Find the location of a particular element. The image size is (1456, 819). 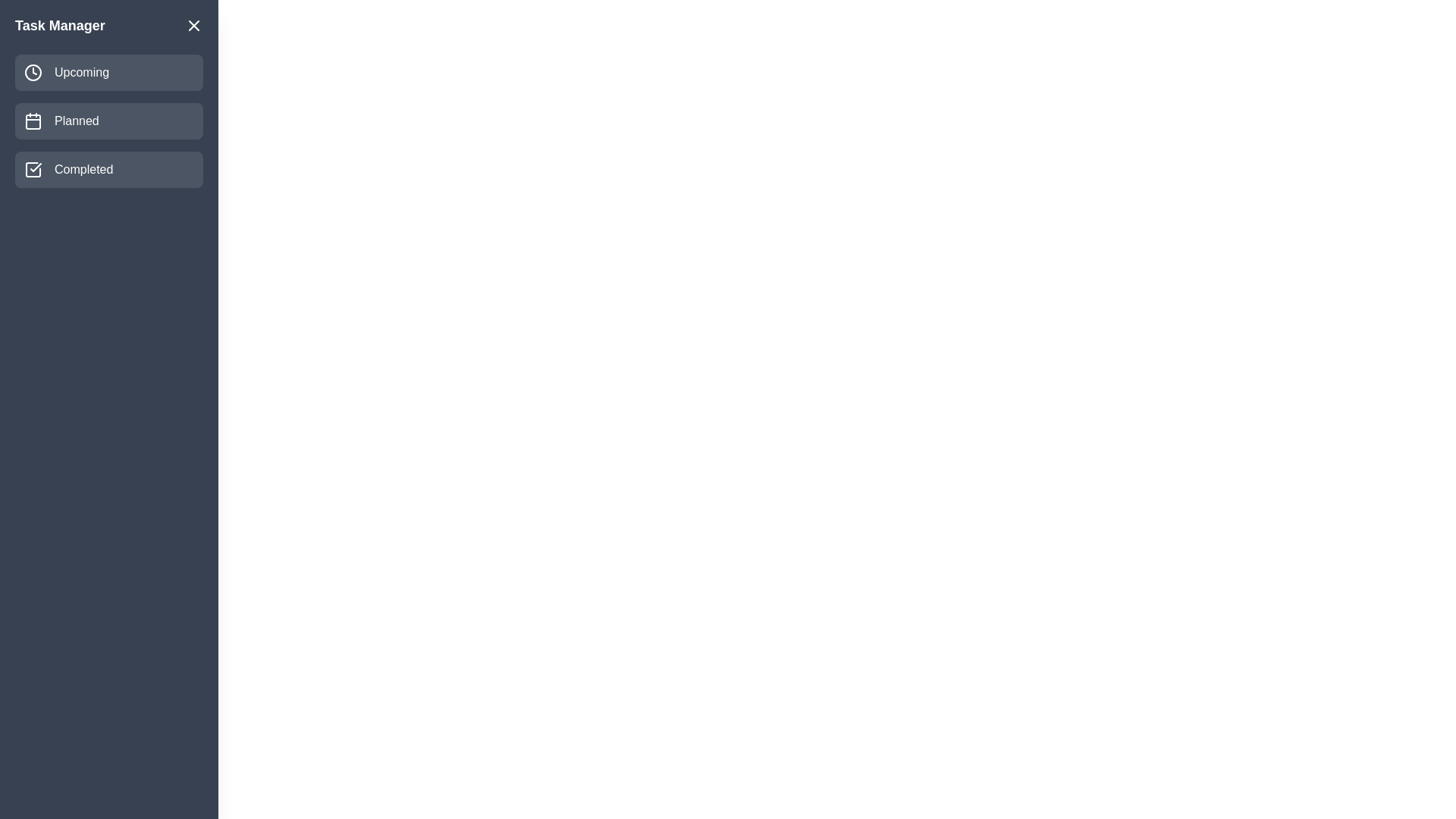

the task category Planned to view its tasks is located at coordinates (108, 120).